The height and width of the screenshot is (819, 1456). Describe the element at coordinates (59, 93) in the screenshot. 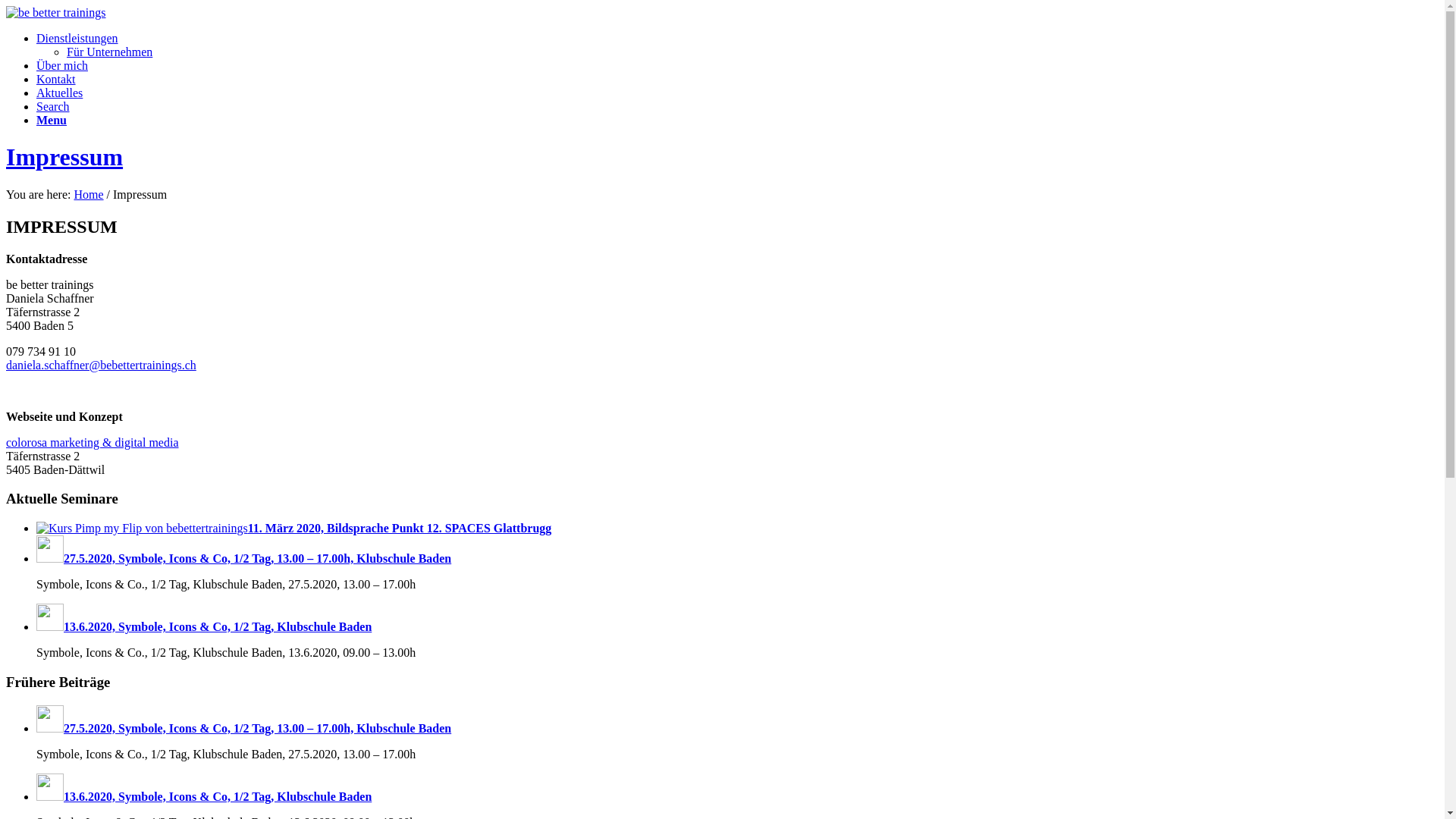

I see `'Aktuelles'` at that location.